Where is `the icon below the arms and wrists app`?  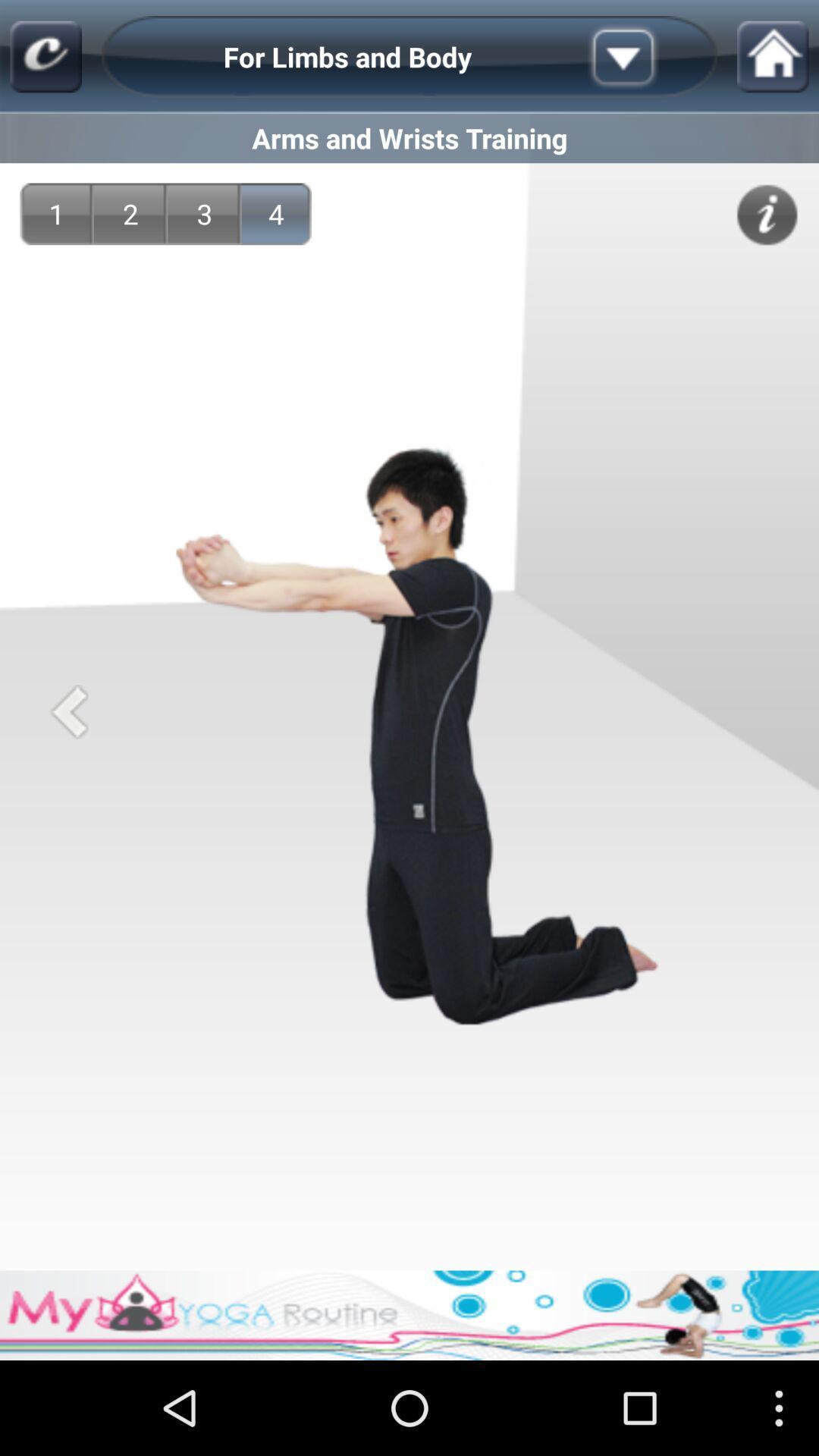 the icon below the arms and wrists app is located at coordinates (55, 213).